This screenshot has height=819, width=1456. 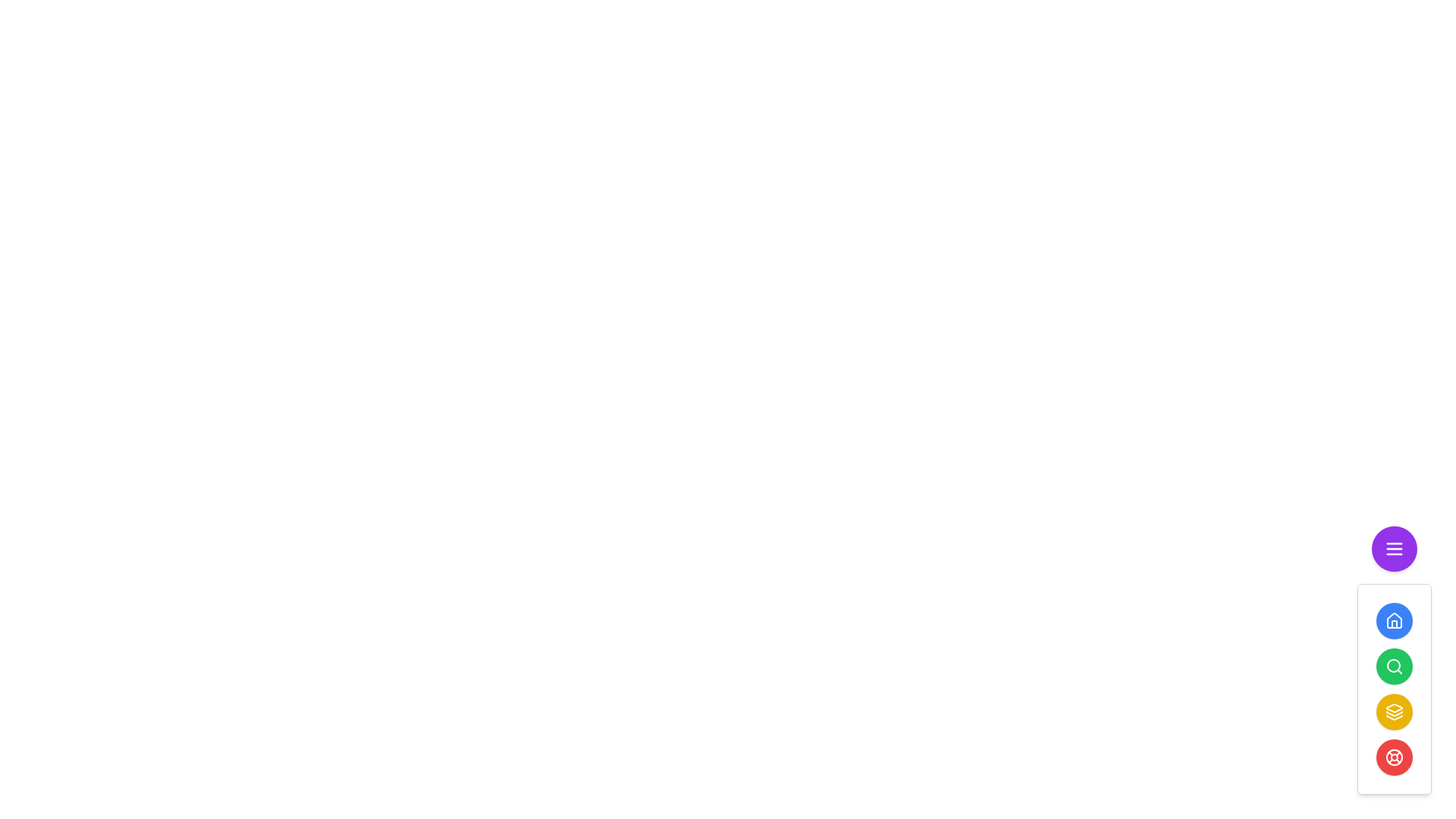 I want to click on the circular graphical element (SVG Circle) located at the center of the magnifying glass icon on the right side of the interface, so click(x=1394, y=665).